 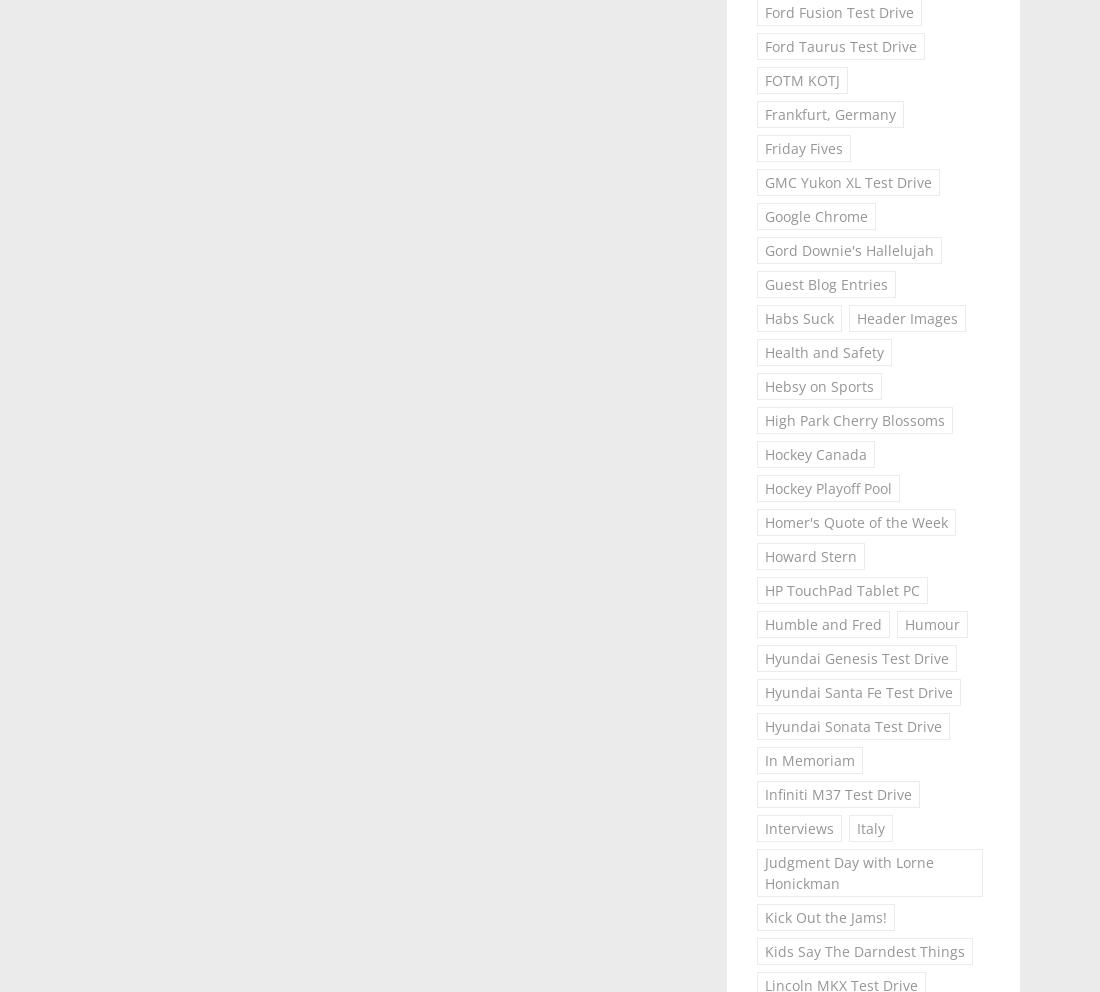 What do you see at coordinates (847, 872) in the screenshot?
I see `'Judgment Day with Lorne Honickman'` at bounding box center [847, 872].